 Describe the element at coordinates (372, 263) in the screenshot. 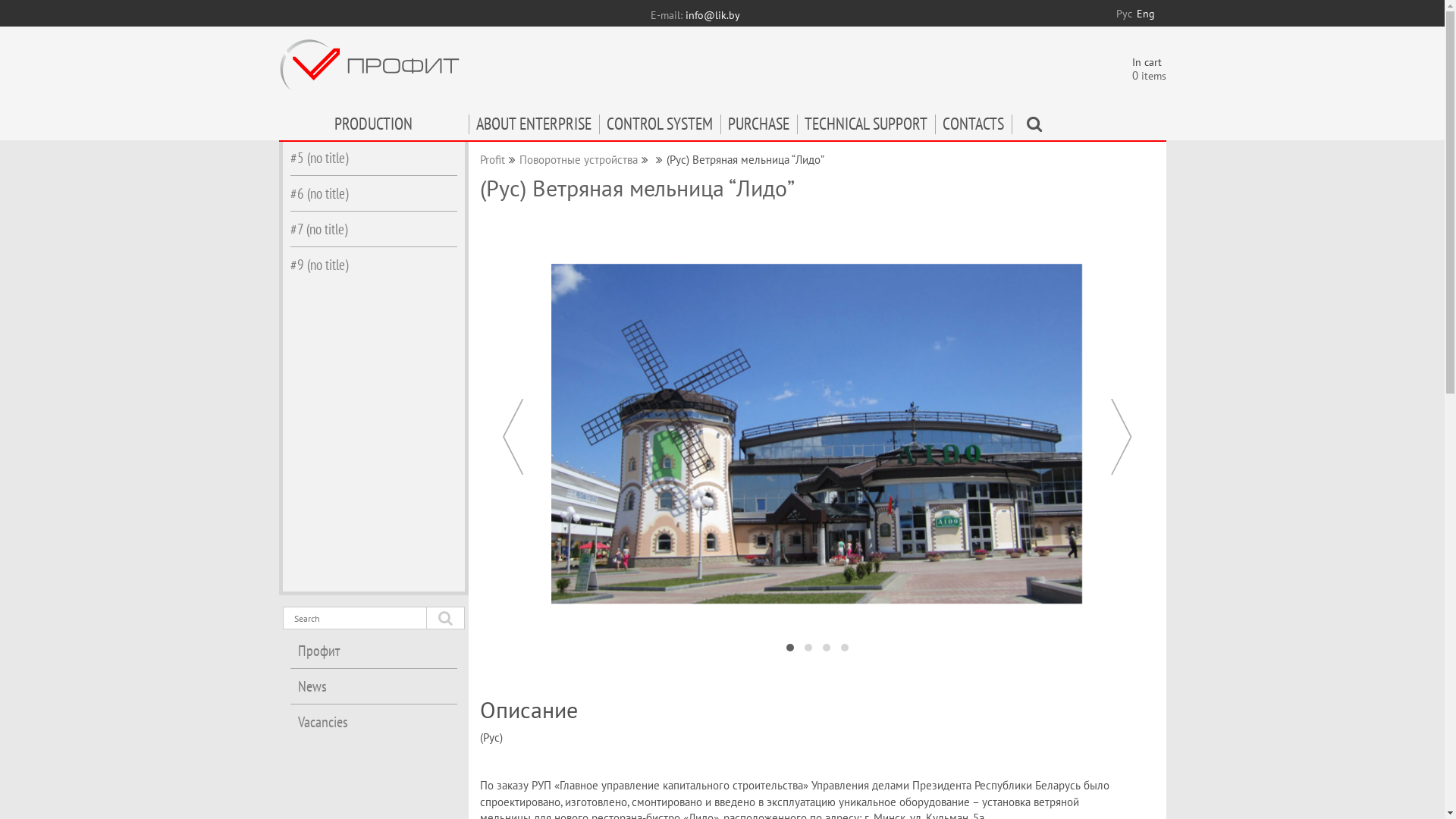

I see `'#9 (no title)'` at that location.